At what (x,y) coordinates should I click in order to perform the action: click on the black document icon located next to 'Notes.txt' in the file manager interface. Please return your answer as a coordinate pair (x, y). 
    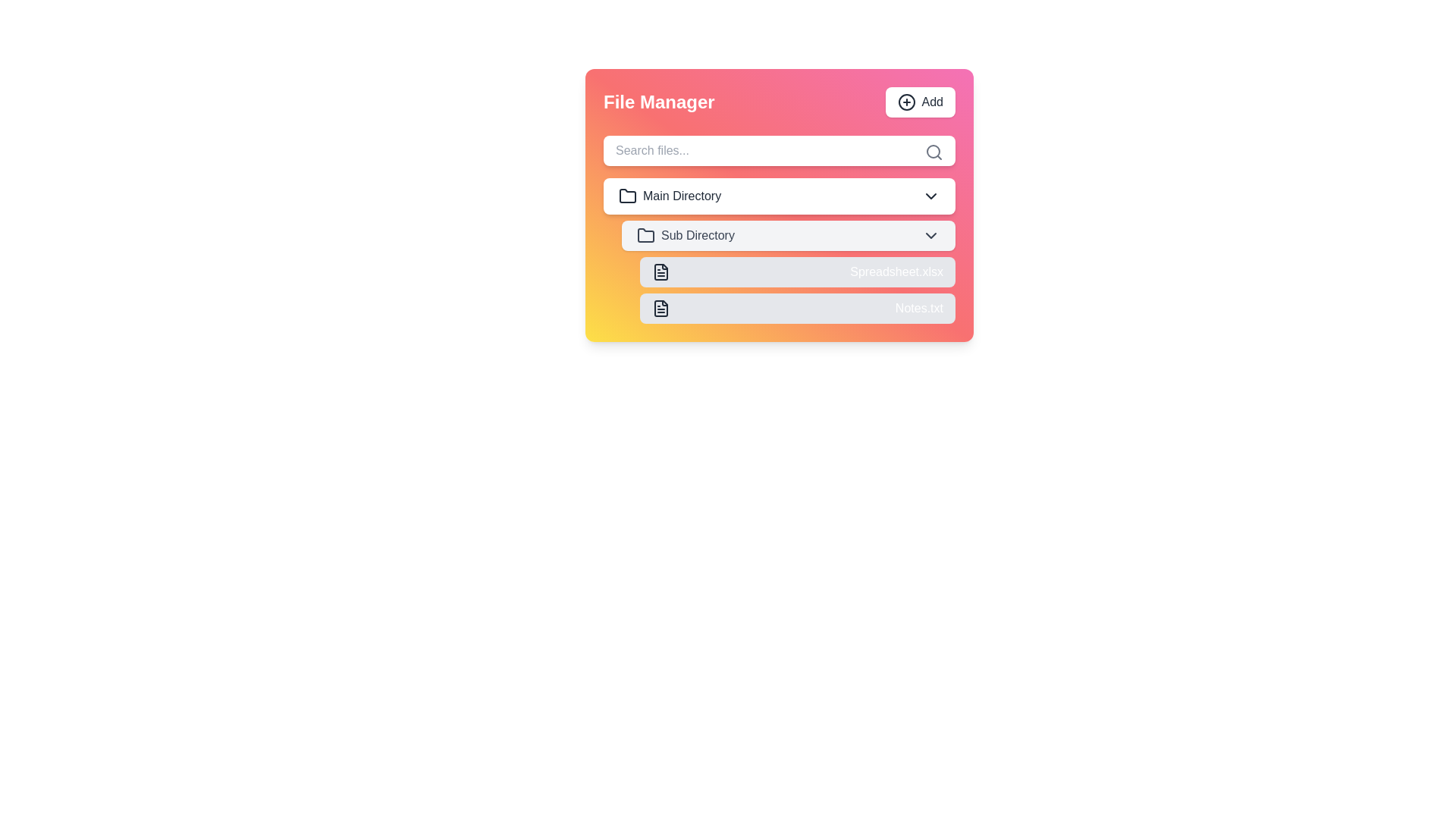
    Looking at the image, I should click on (661, 308).